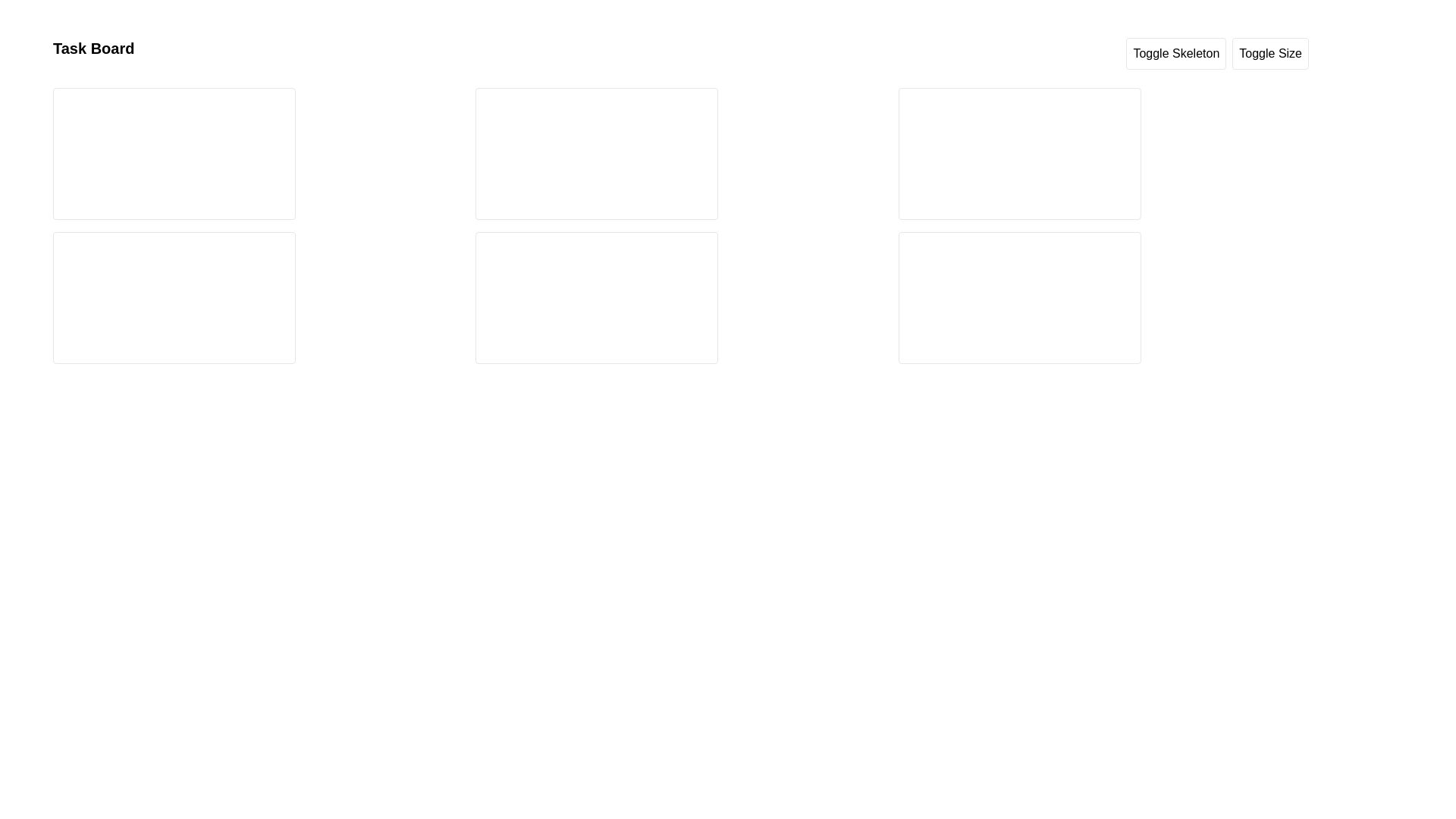 The height and width of the screenshot is (819, 1456). Describe the element at coordinates (1019, 151) in the screenshot. I see `the first Skeleton placeholder, which serves as a visual indicator for a loading state, located near the top of a column of content boxes on the right of the interface layout` at that location.